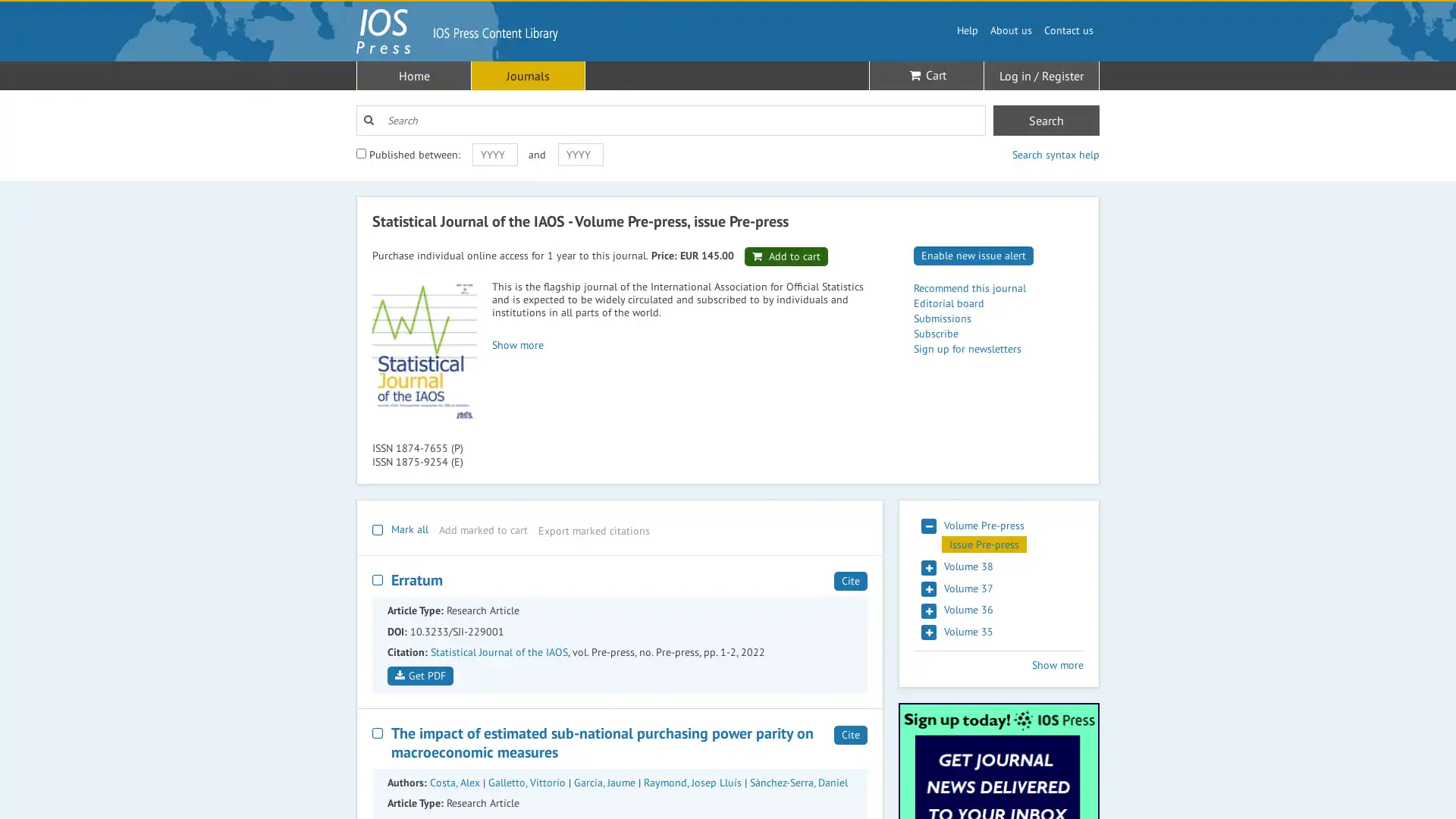 Image resolution: width=1456 pixels, height=819 pixels. I want to click on Cart, so click(925, 75).